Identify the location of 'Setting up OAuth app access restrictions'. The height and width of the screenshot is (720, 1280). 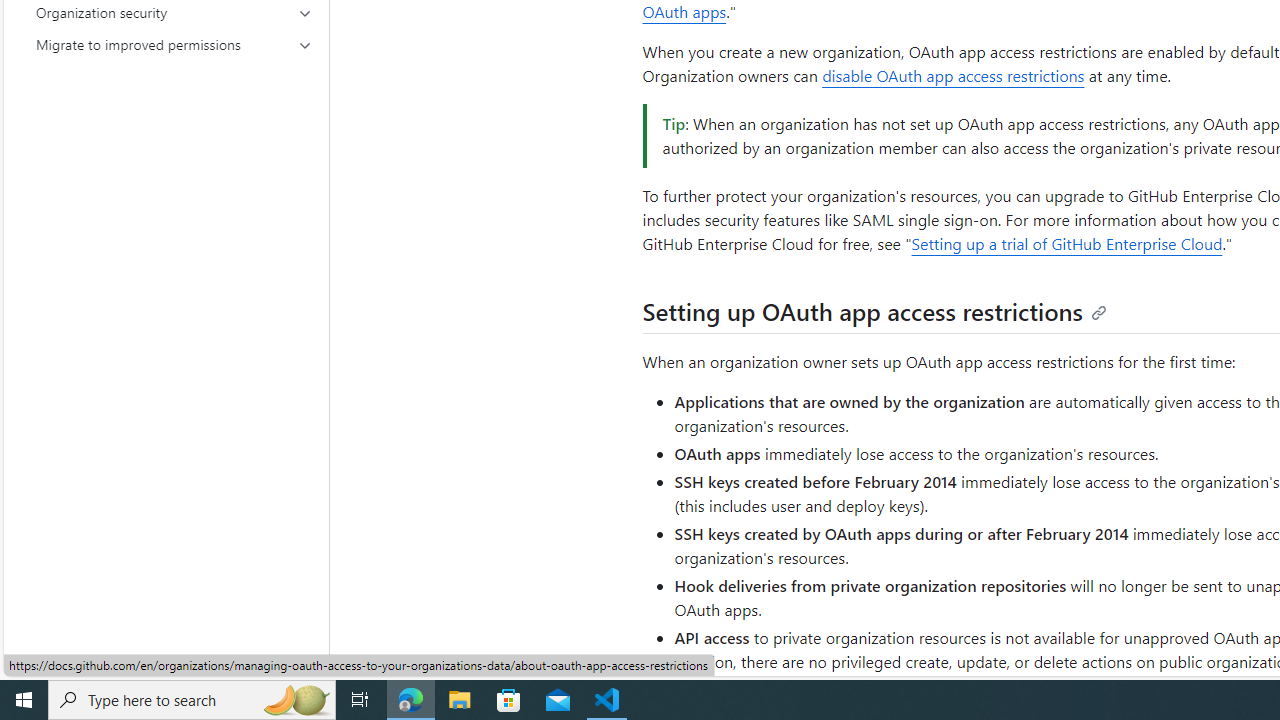
(874, 311).